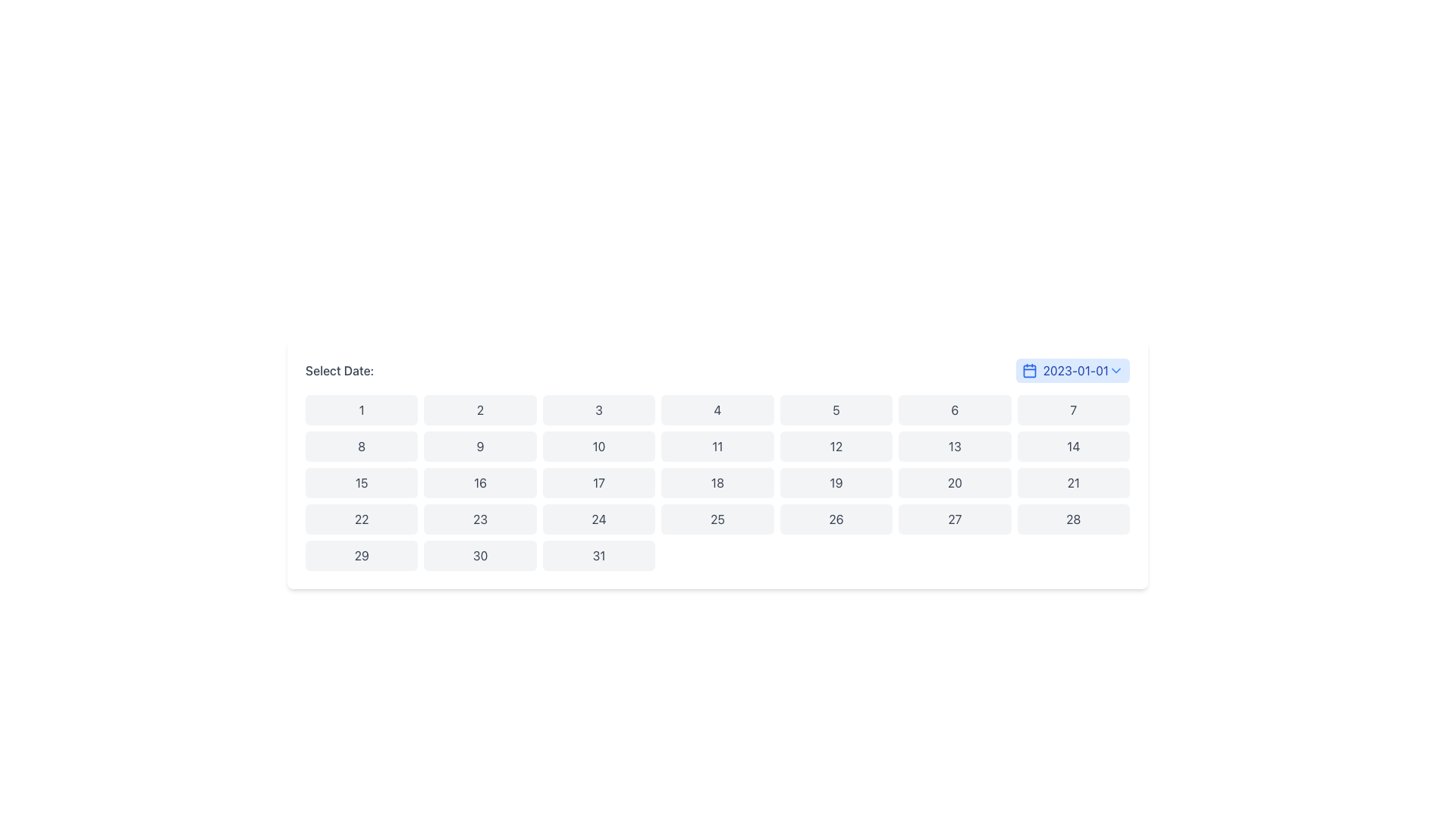 The width and height of the screenshot is (1456, 819). Describe the element at coordinates (717, 482) in the screenshot. I see `the button labeled '18' in the calendar grid to navigate via keyboard` at that location.